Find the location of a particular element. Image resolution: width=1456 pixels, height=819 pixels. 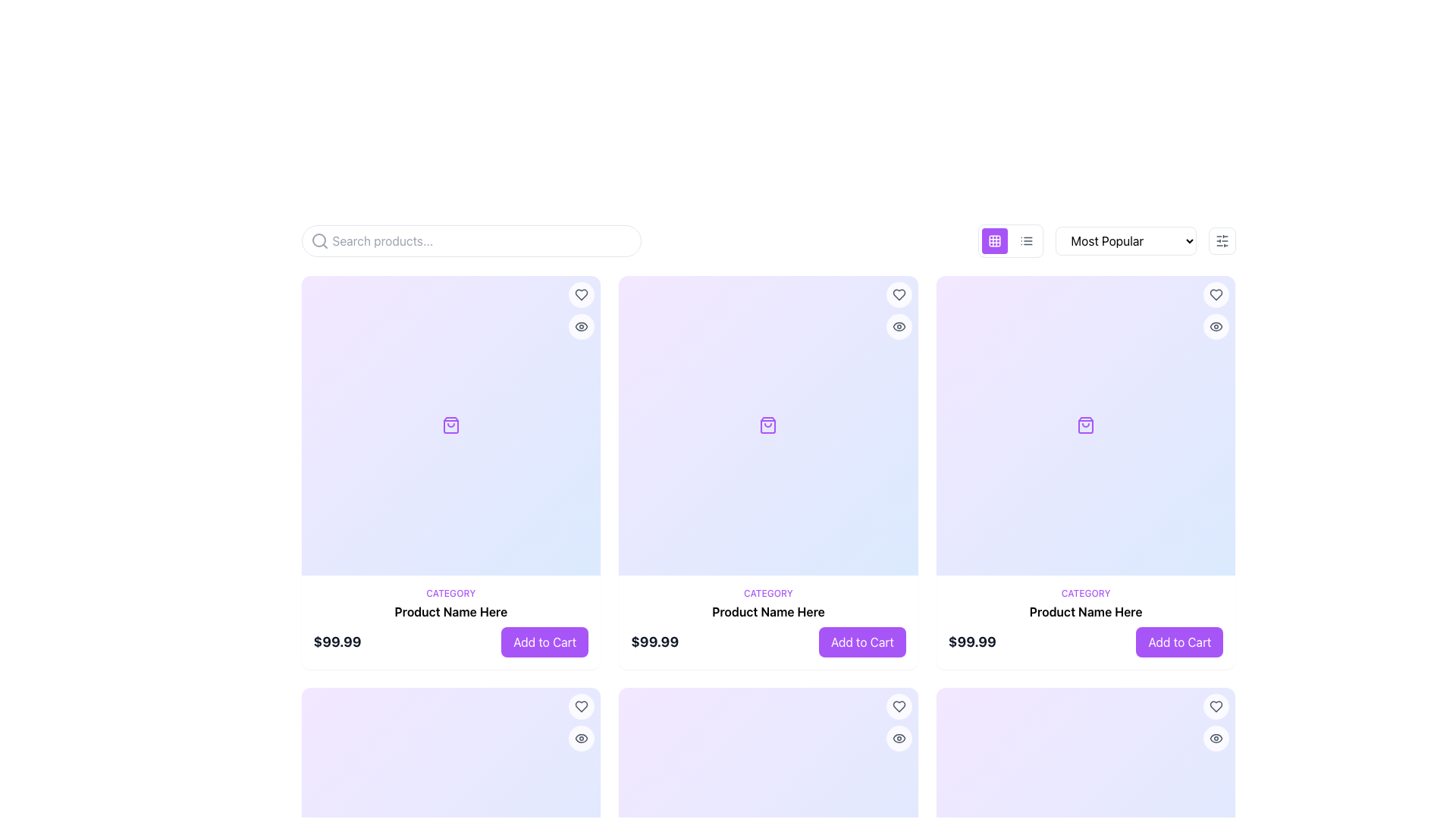

the heart-shaped icon button located at the top-right of the product card is located at coordinates (581, 295).